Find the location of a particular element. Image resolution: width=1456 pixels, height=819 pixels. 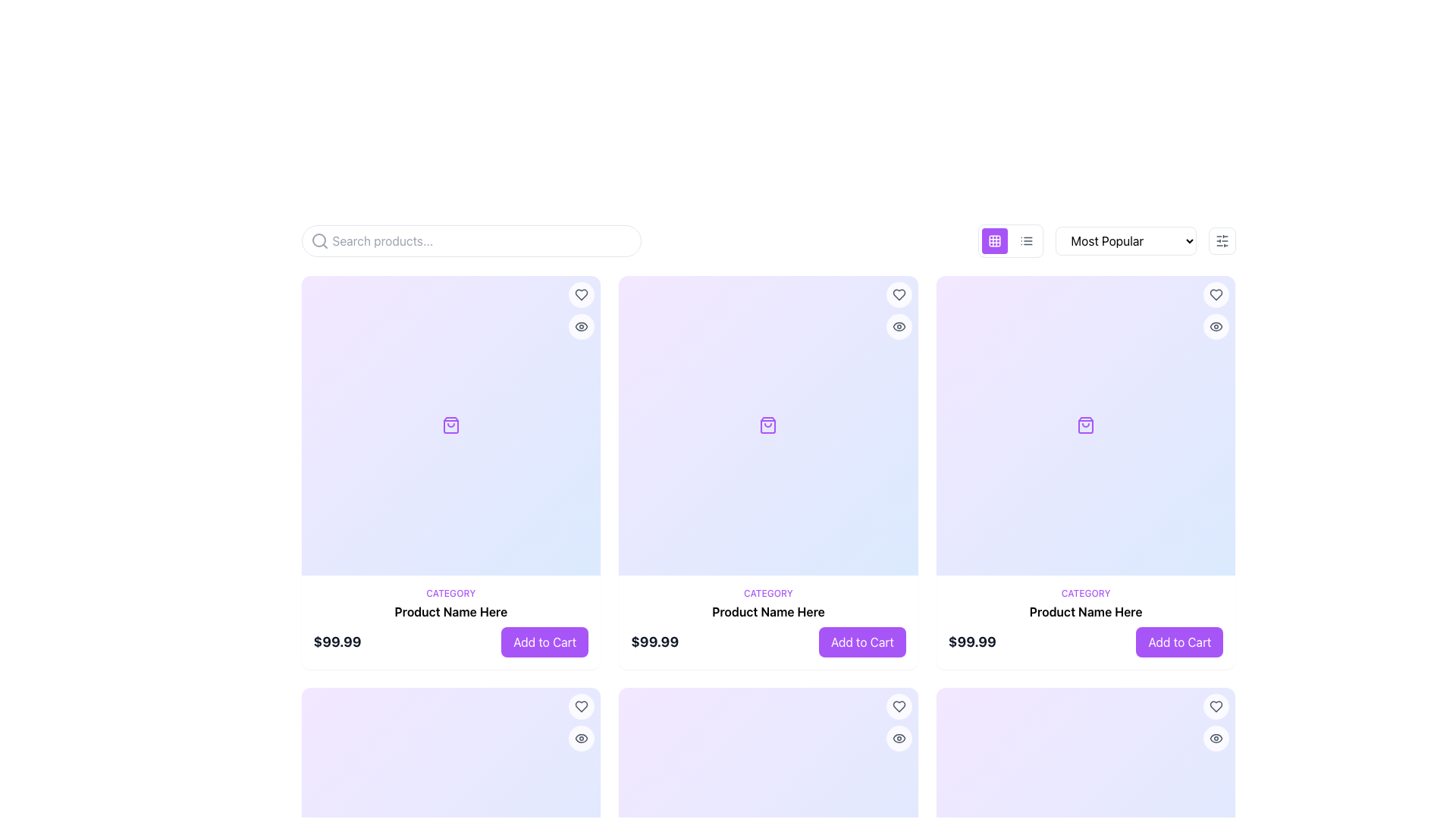

the heart-shaped icon button located at the top-right of the product card is located at coordinates (581, 295).